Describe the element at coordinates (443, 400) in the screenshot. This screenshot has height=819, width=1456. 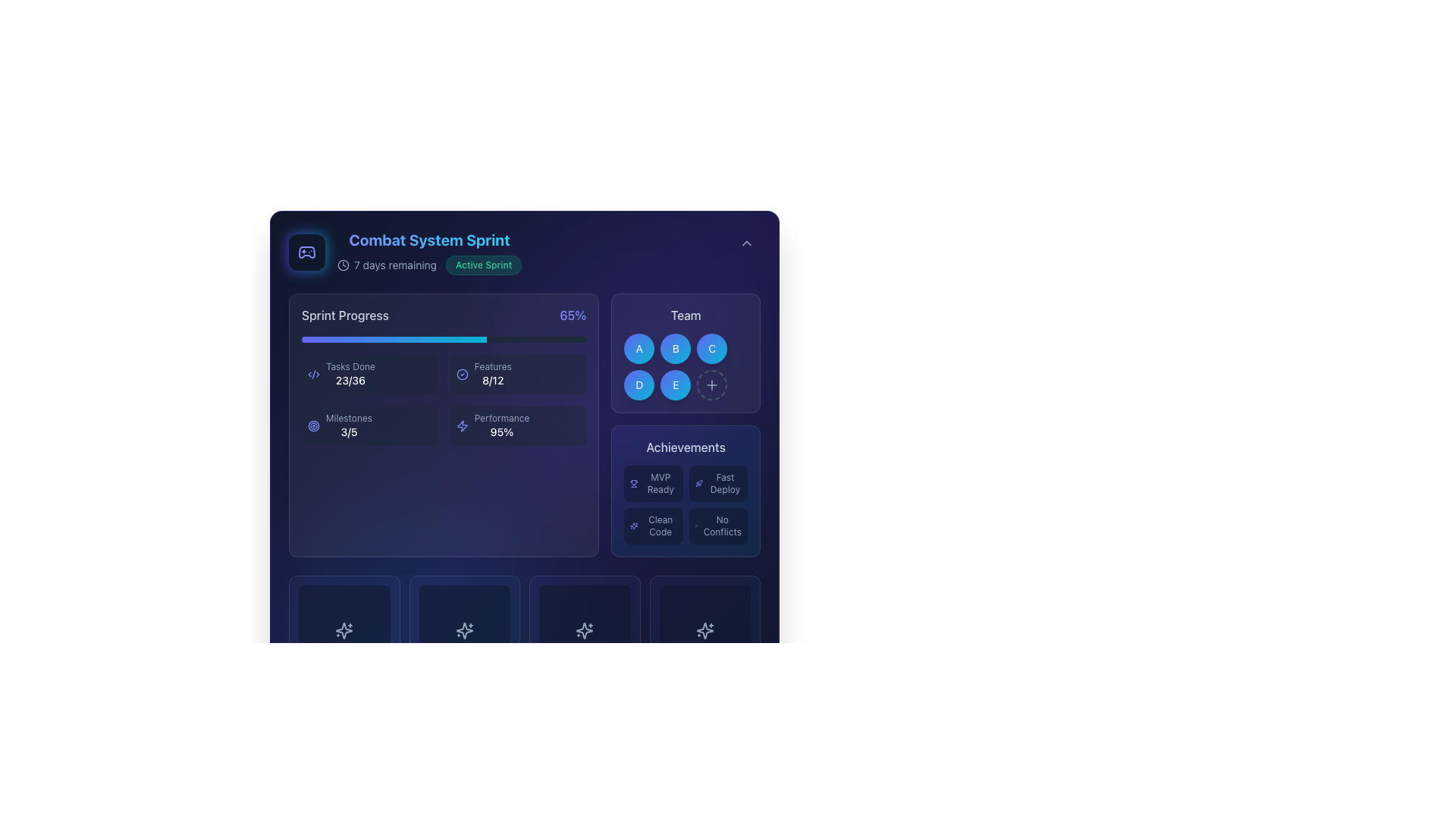
I see `the Info grid containing labeled progress metrics located in the 'Sprint Progress' section, directly under the progress bar` at that location.